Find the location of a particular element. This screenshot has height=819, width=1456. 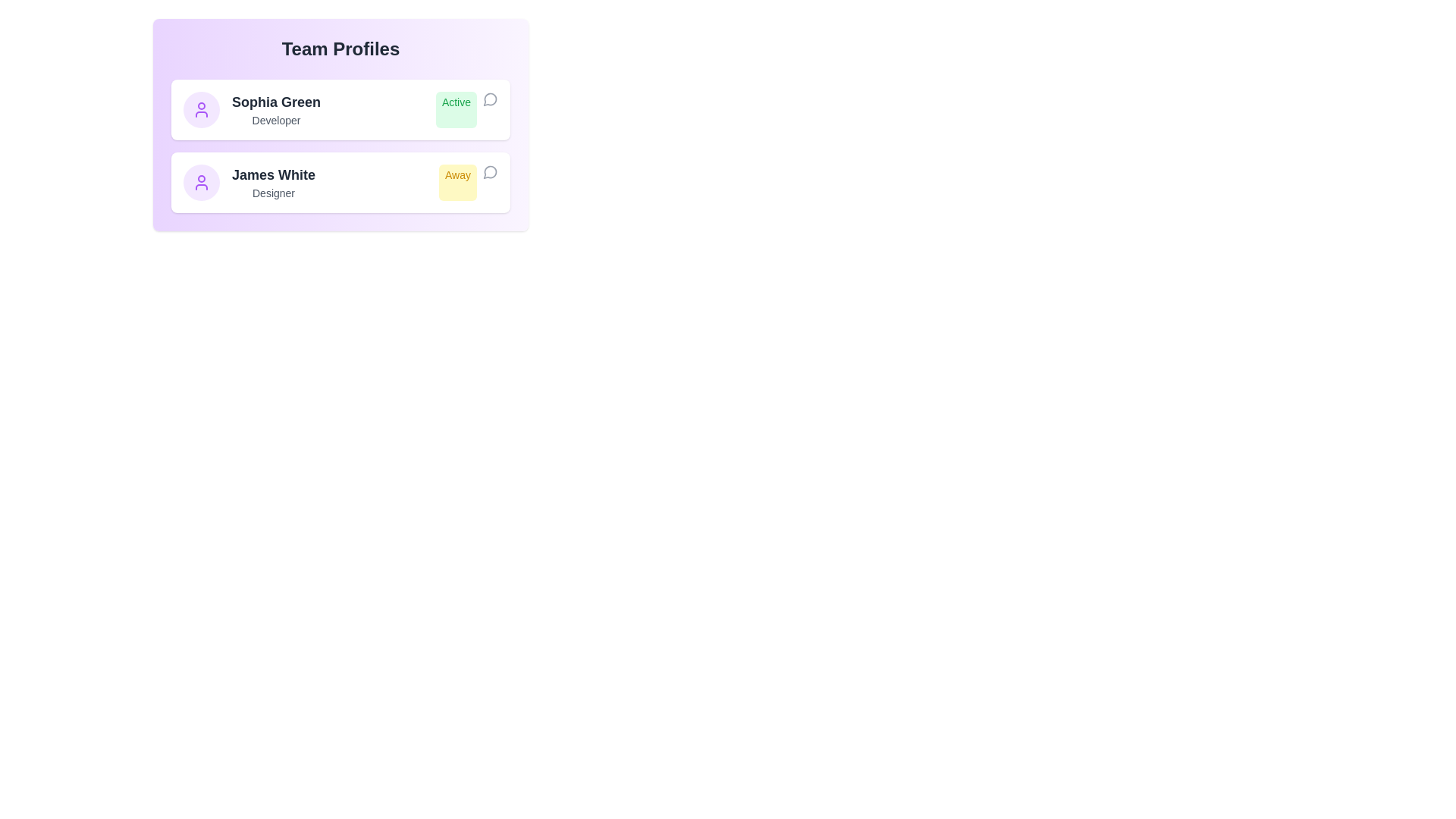

the notification icon located to the right of the profile section labeled 'James White', which is associated with messaging or notifications and belongs to the second profile entry is located at coordinates (490, 171).